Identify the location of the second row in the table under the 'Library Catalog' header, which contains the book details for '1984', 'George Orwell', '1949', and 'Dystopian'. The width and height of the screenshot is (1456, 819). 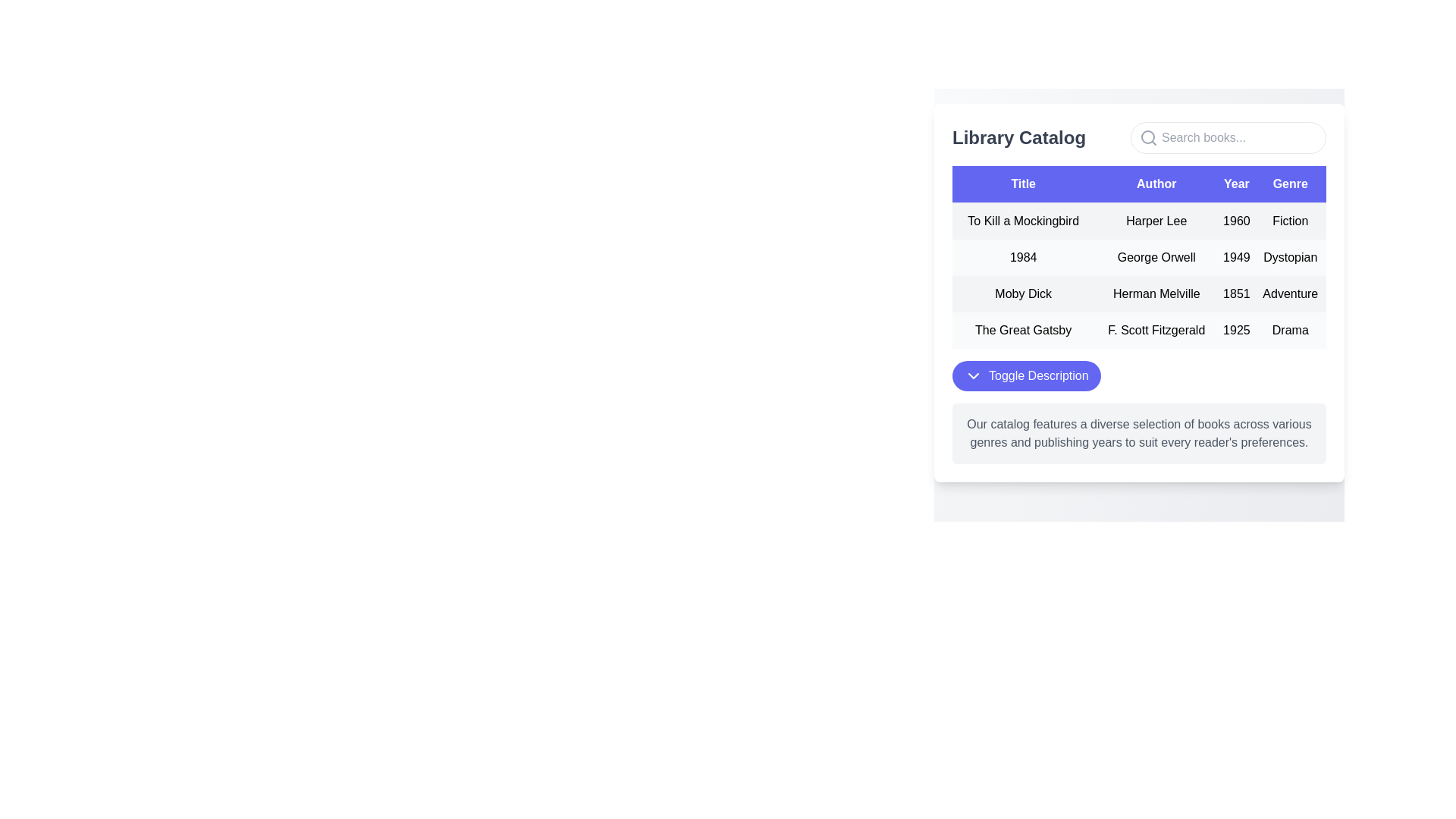
(1139, 256).